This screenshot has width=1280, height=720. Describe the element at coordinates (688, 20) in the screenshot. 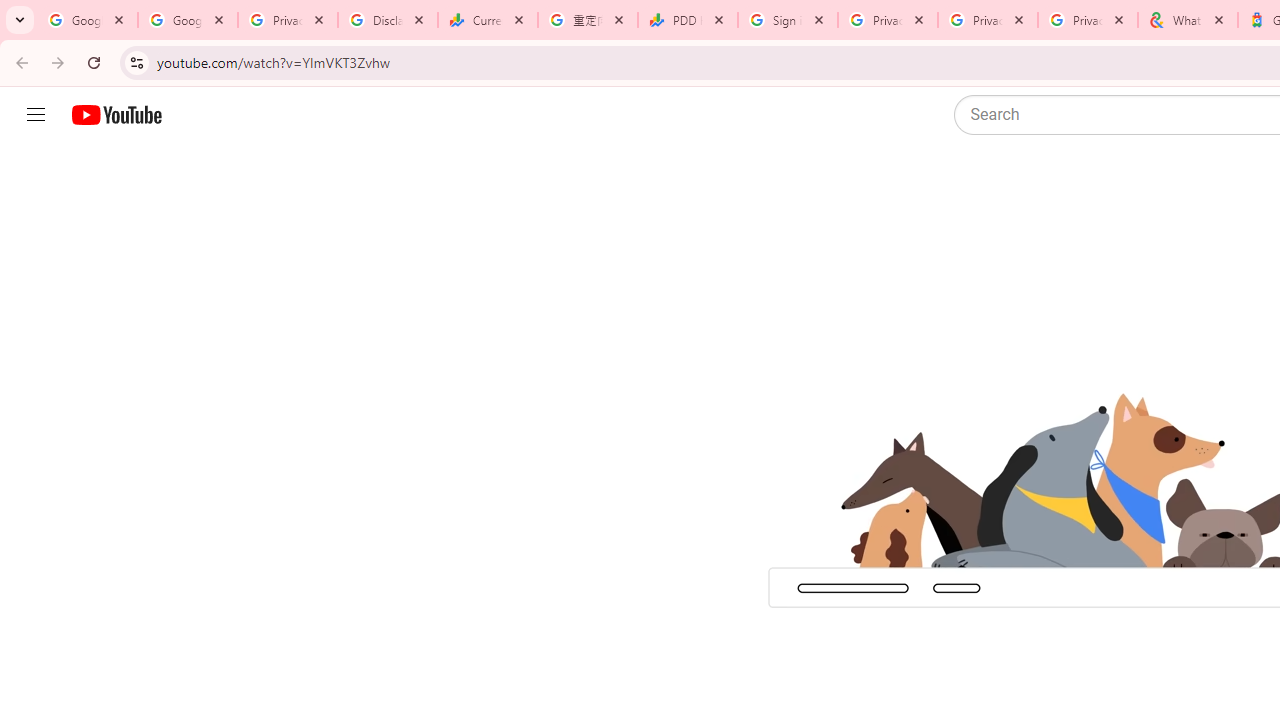

I see `'PDD Holdings Inc - ADR (PDD) Price & News - Google Finance'` at that location.